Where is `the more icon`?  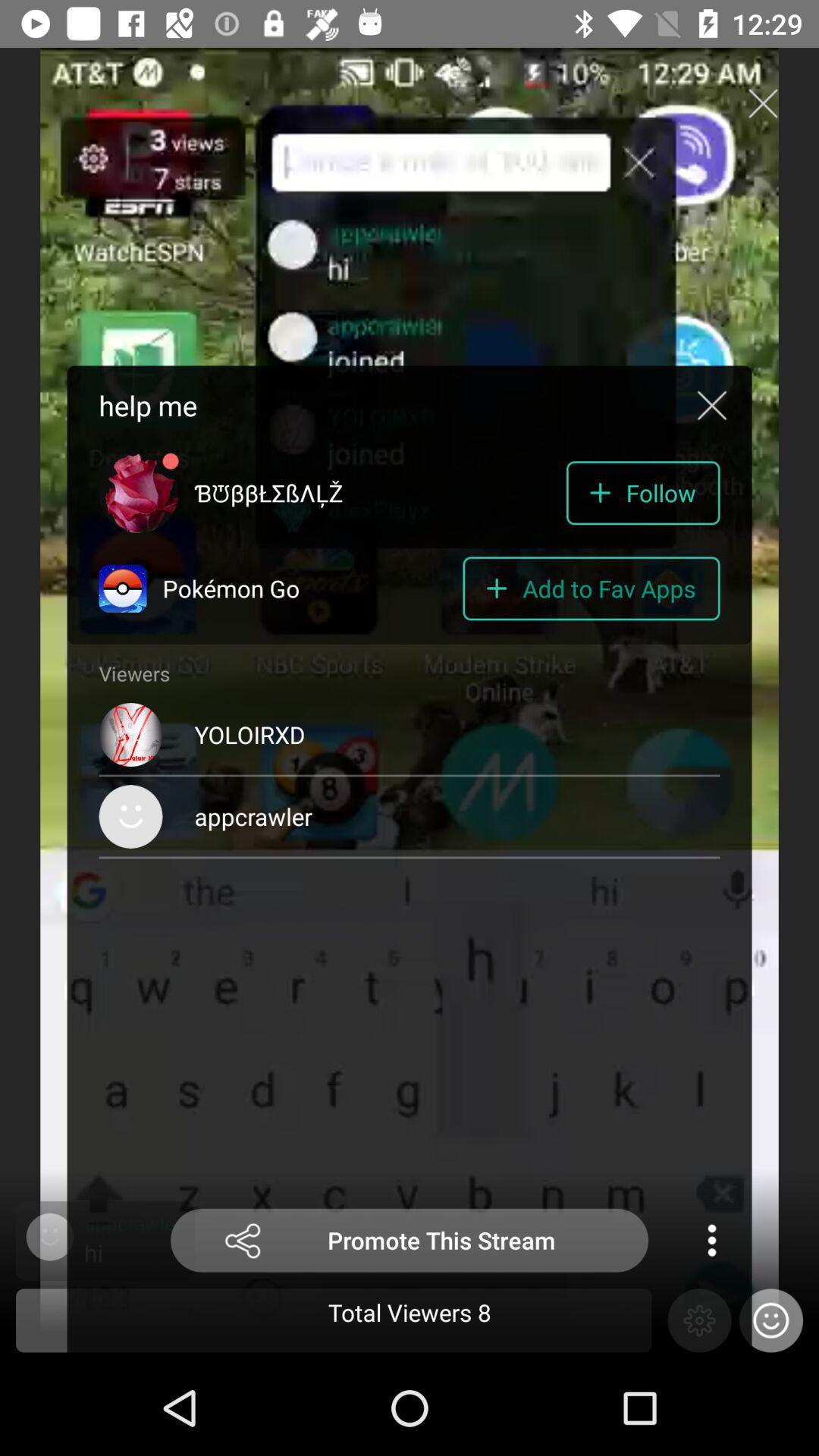 the more icon is located at coordinates (711, 1240).